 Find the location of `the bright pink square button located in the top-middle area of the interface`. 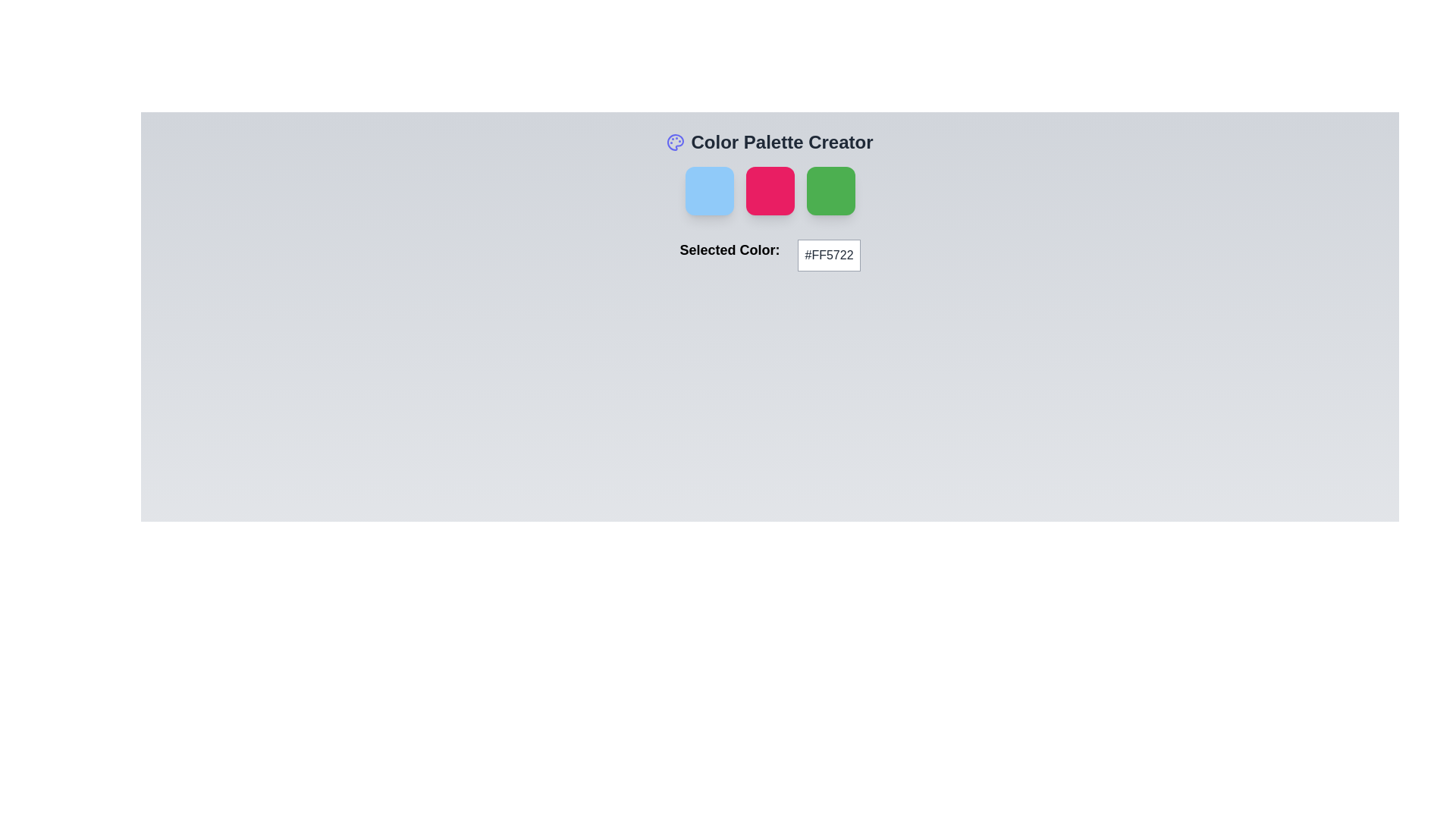

the bright pink square button located in the top-middle area of the interface is located at coordinates (770, 190).